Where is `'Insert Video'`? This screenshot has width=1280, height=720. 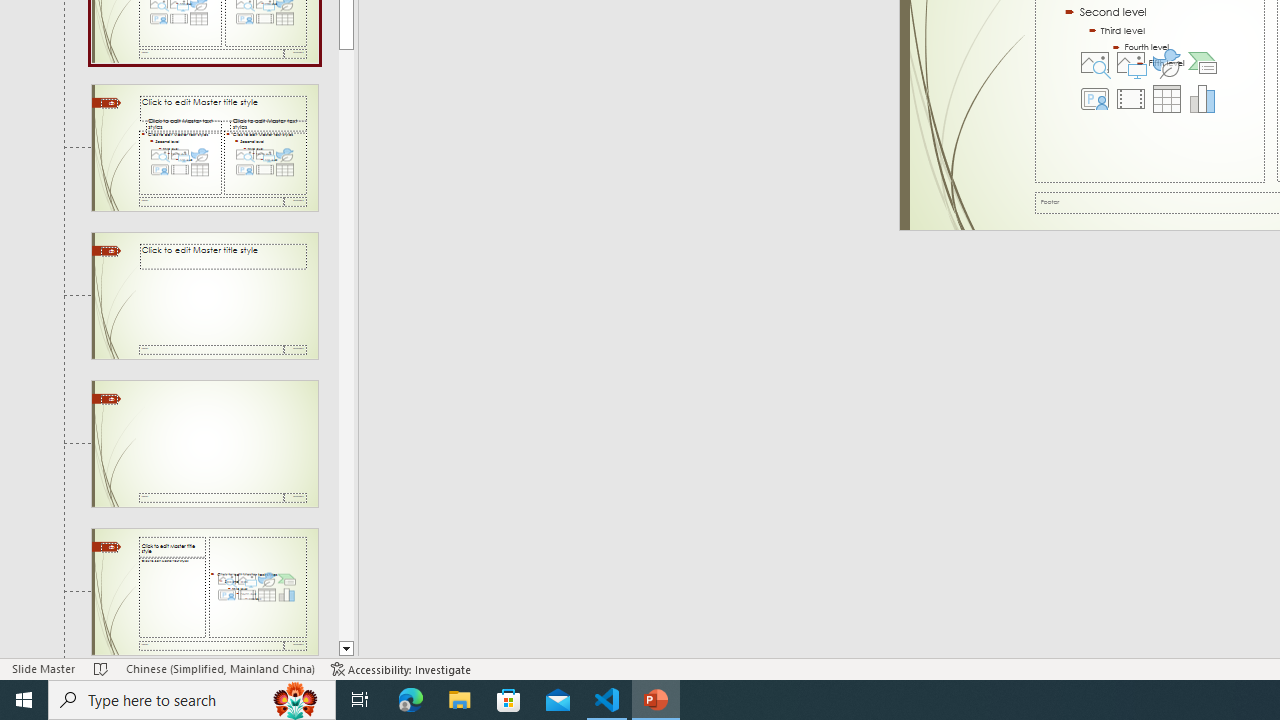
'Insert Video' is located at coordinates (1130, 99).